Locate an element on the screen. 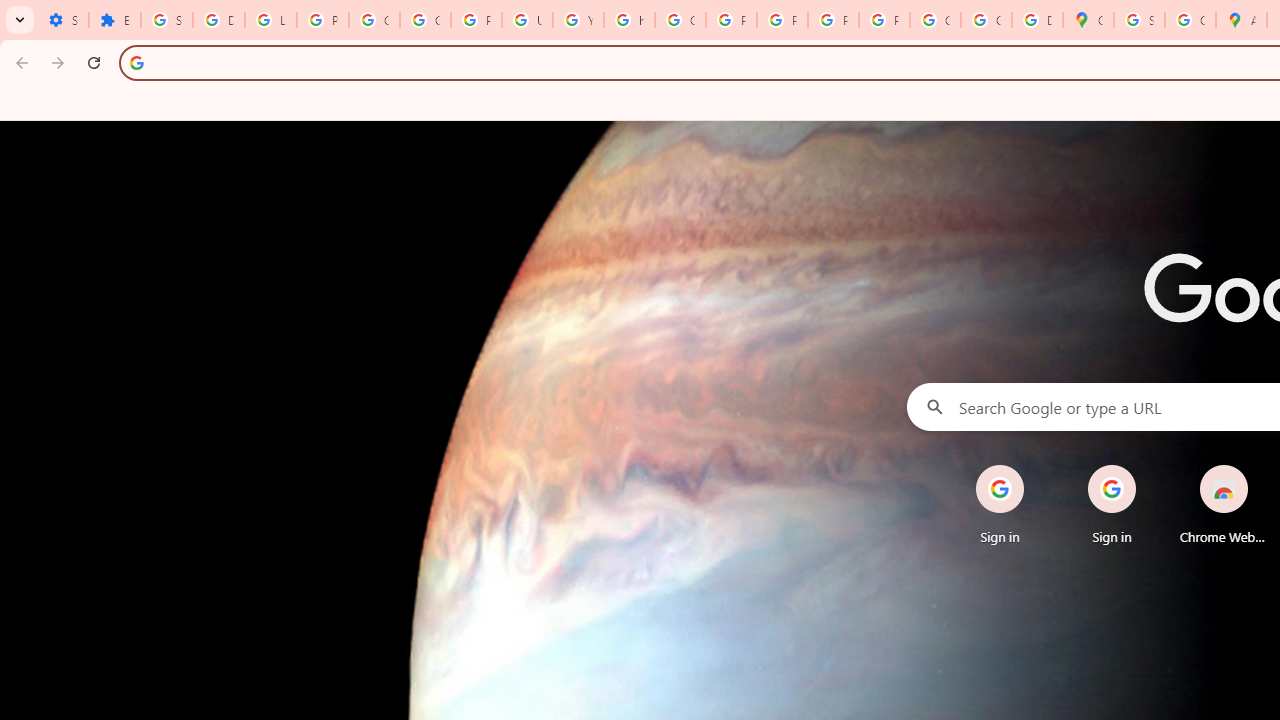  'Settings - On startup' is located at coordinates (63, 20).